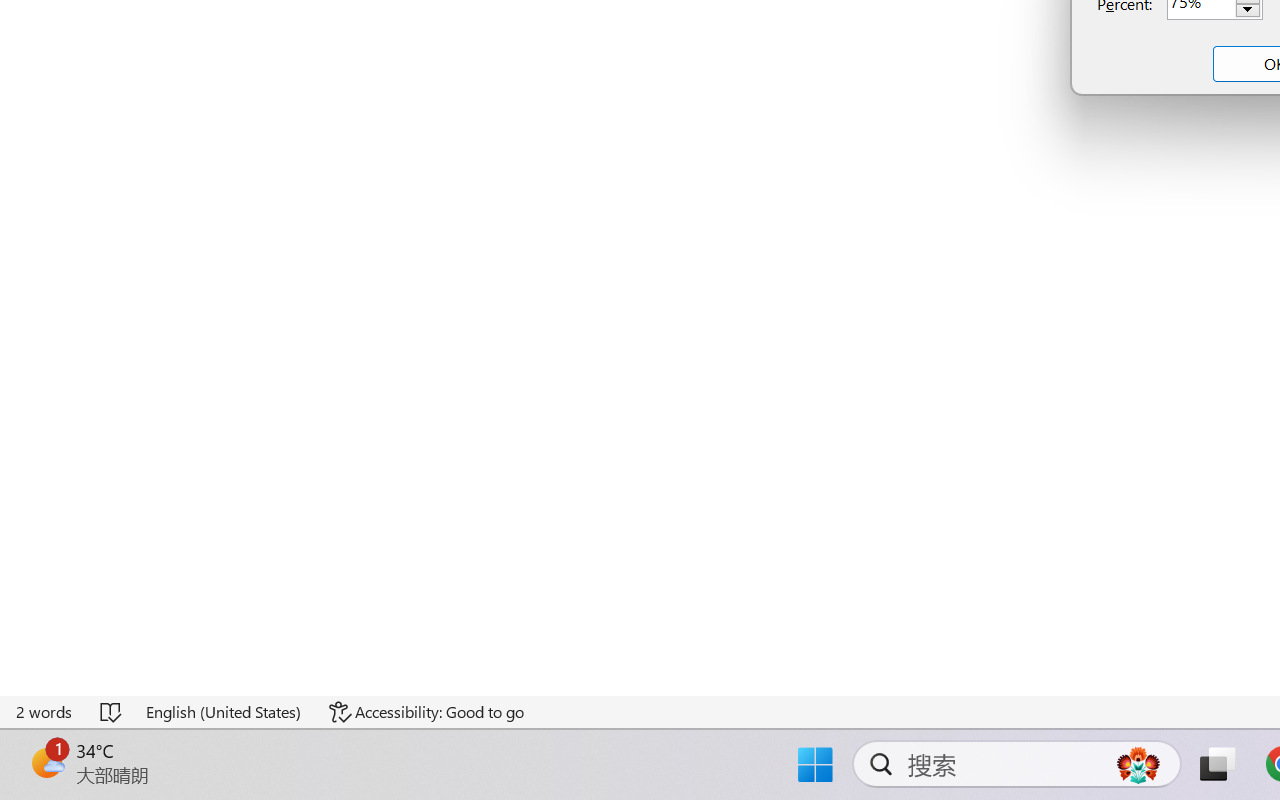  What do you see at coordinates (1138, 764) in the screenshot?
I see `'AutomationID: DynamicSearchBoxGleamImage'` at bounding box center [1138, 764].